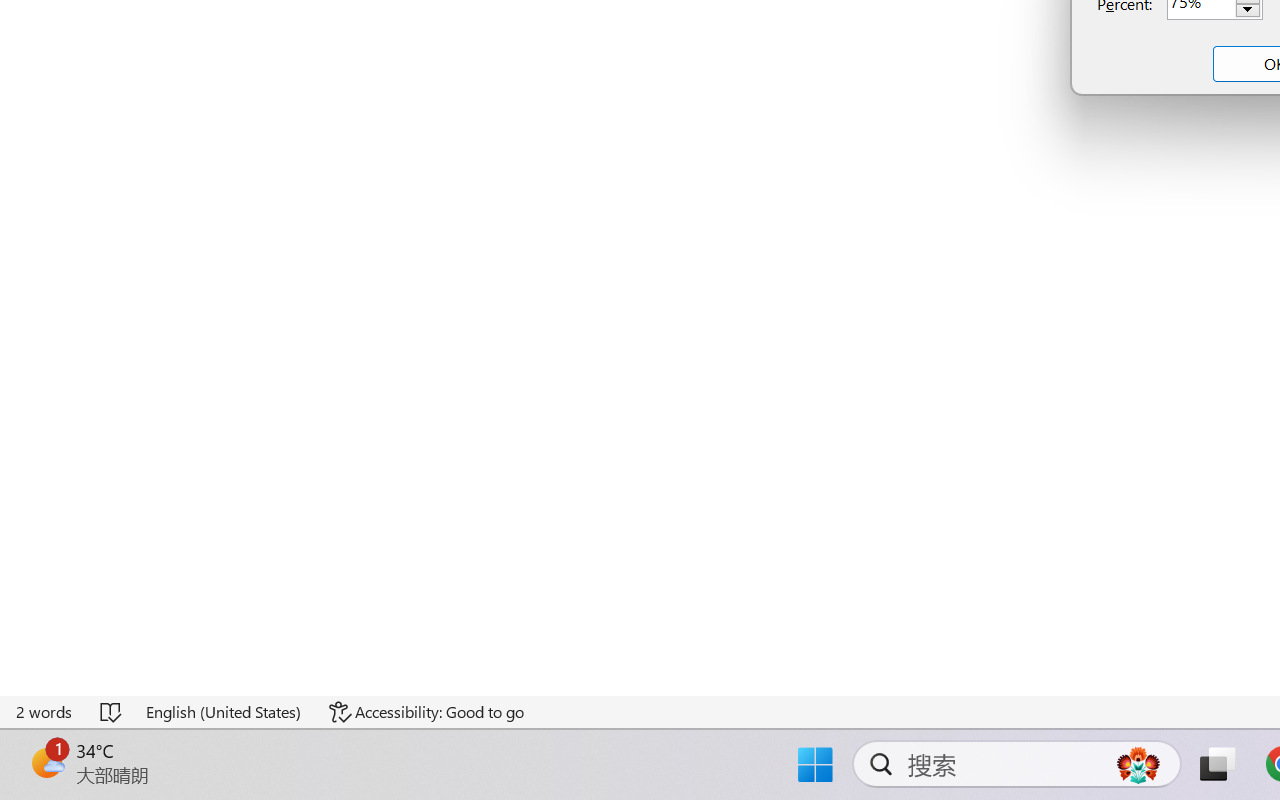  What do you see at coordinates (1138, 764) in the screenshot?
I see `'AutomationID: DynamicSearchBoxGleamImage'` at bounding box center [1138, 764].